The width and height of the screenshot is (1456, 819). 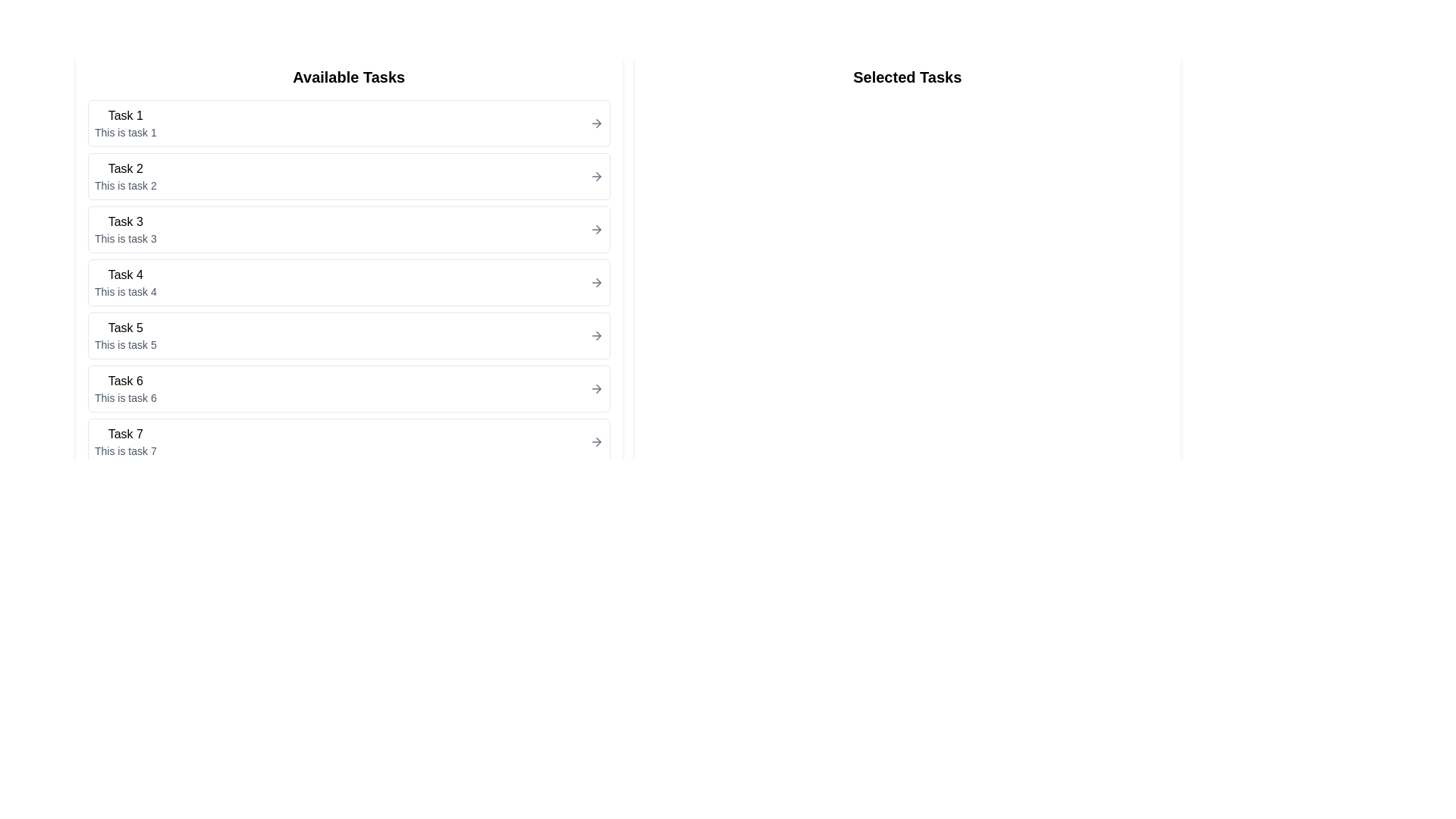 I want to click on the List item displaying 'Task 2' which is the second item in the 'Available Tasks' list, so click(x=125, y=175).